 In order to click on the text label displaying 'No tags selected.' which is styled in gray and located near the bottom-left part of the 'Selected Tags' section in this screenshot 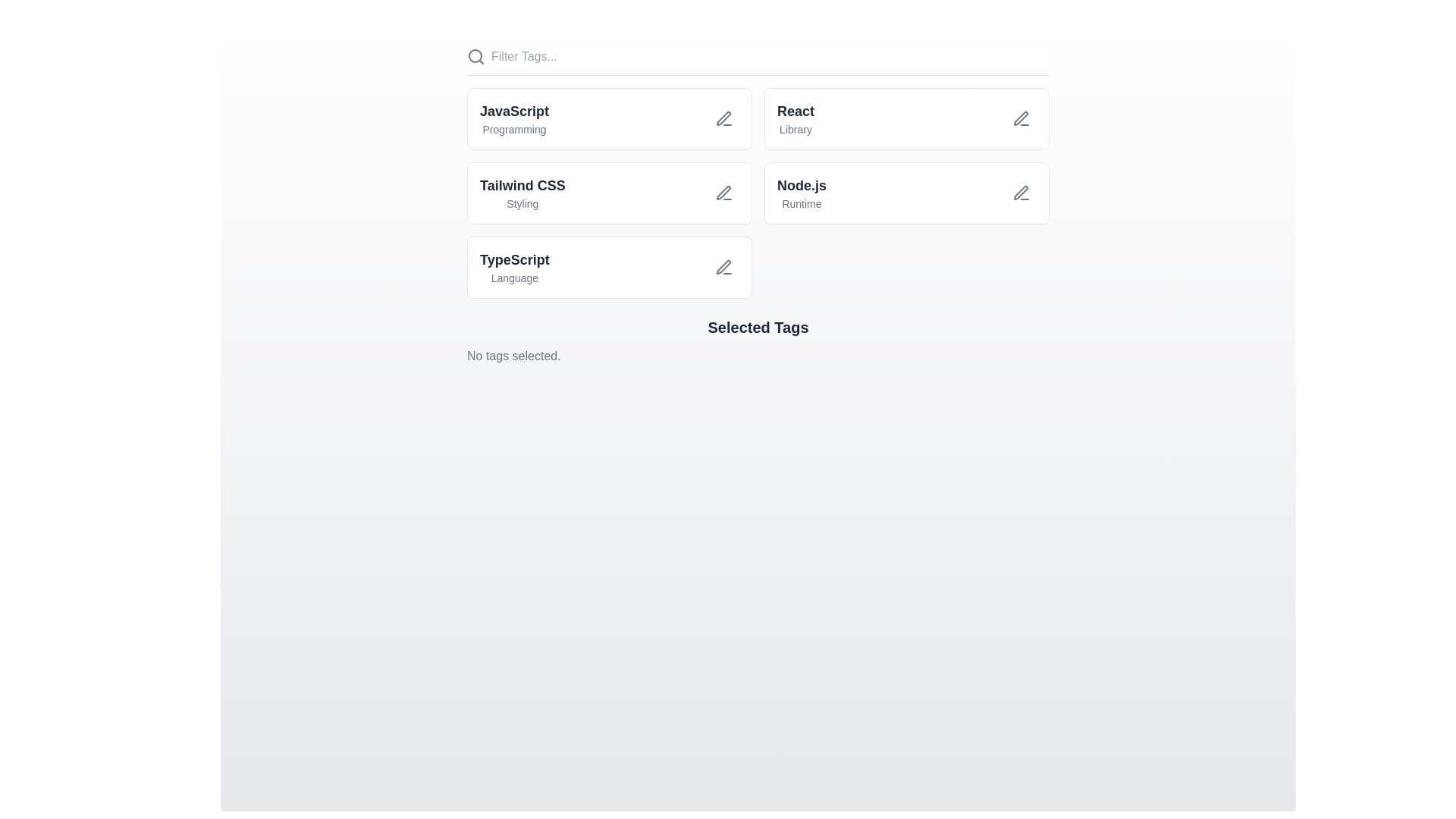, I will do `click(513, 356)`.